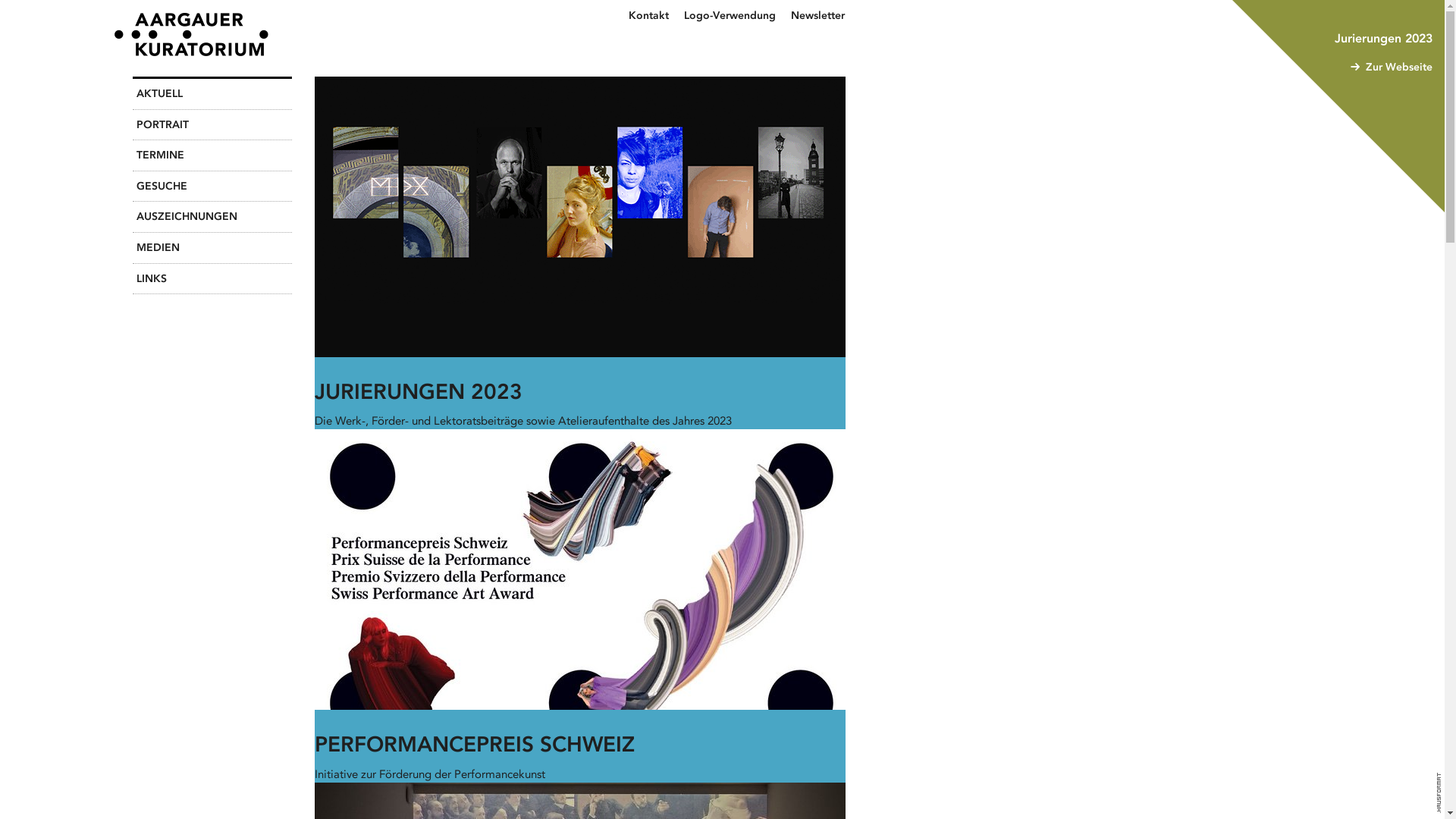 The height and width of the screenshot is (819, 1456). I want to click on 'Logo-Verwendung', so click(683, 17).